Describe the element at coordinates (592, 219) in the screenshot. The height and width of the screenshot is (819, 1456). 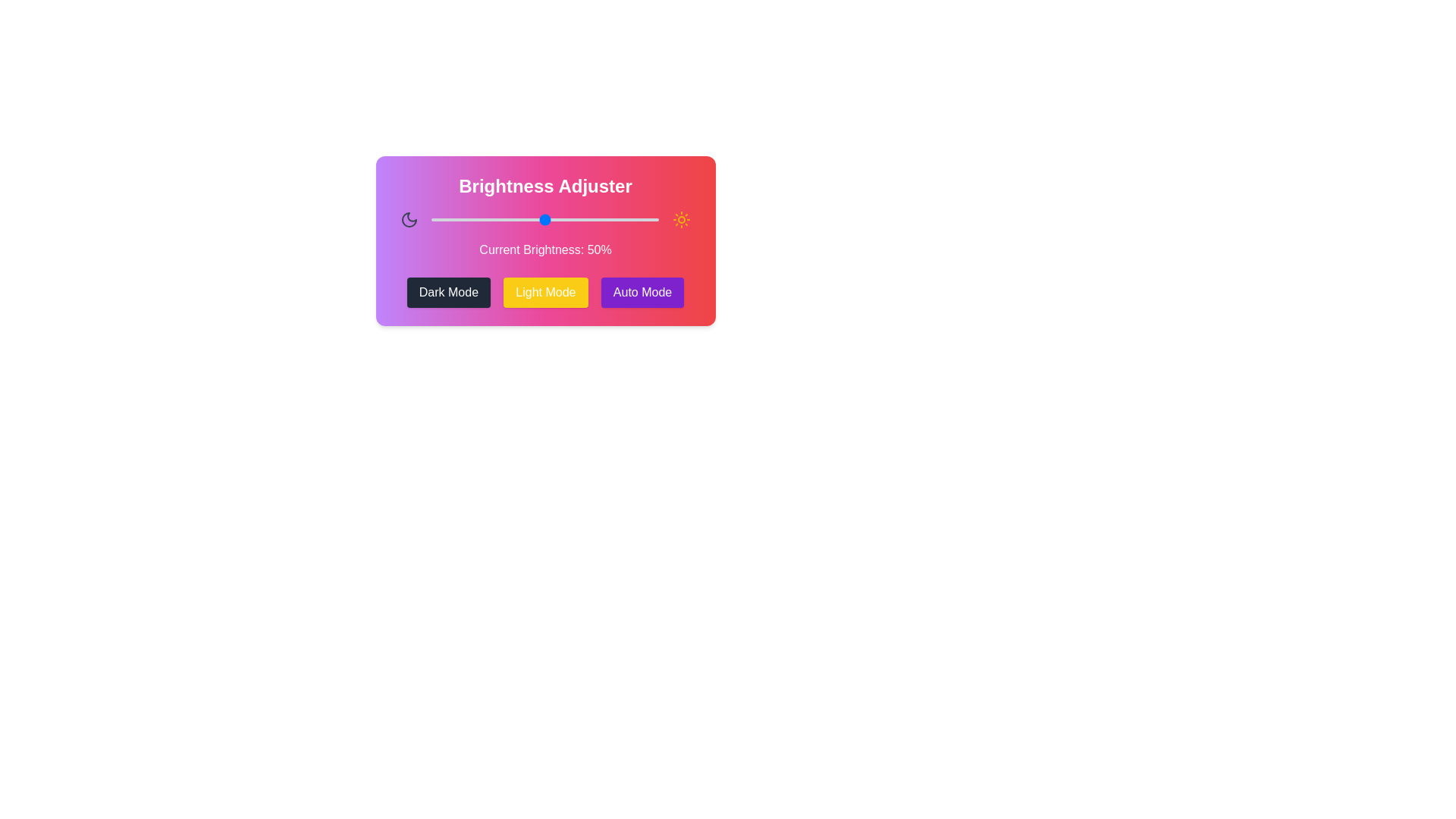
I see `the brightness to 71% by dragging the slider handle` at that location.